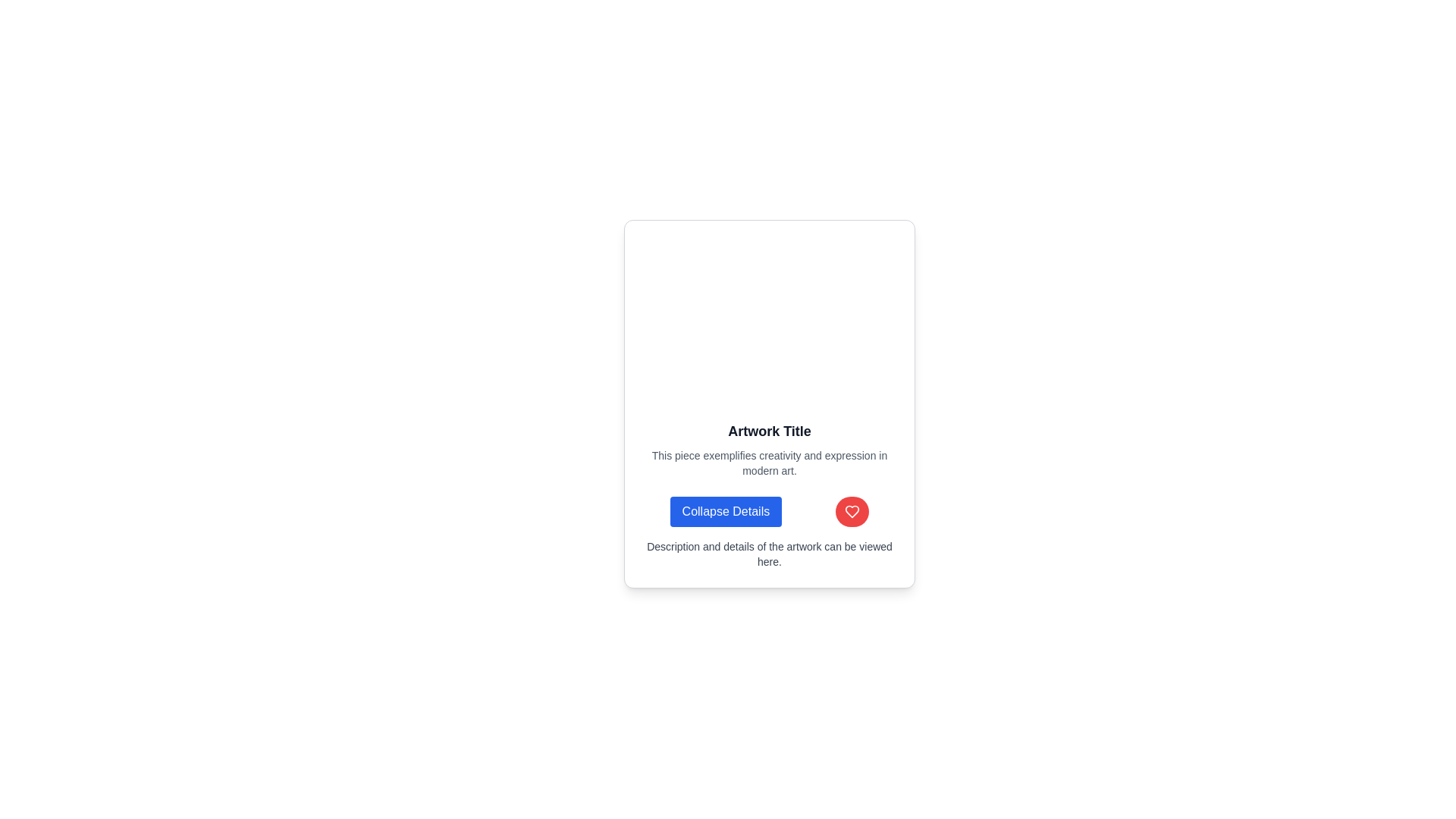 The image size is (1456, 819). What do you see at coordinates (852, 512) in the screenshot?
I see `the heart icon button located to the right of the 'Collapse Details' button to like or favorite the item` at bounding box center [852, 512].